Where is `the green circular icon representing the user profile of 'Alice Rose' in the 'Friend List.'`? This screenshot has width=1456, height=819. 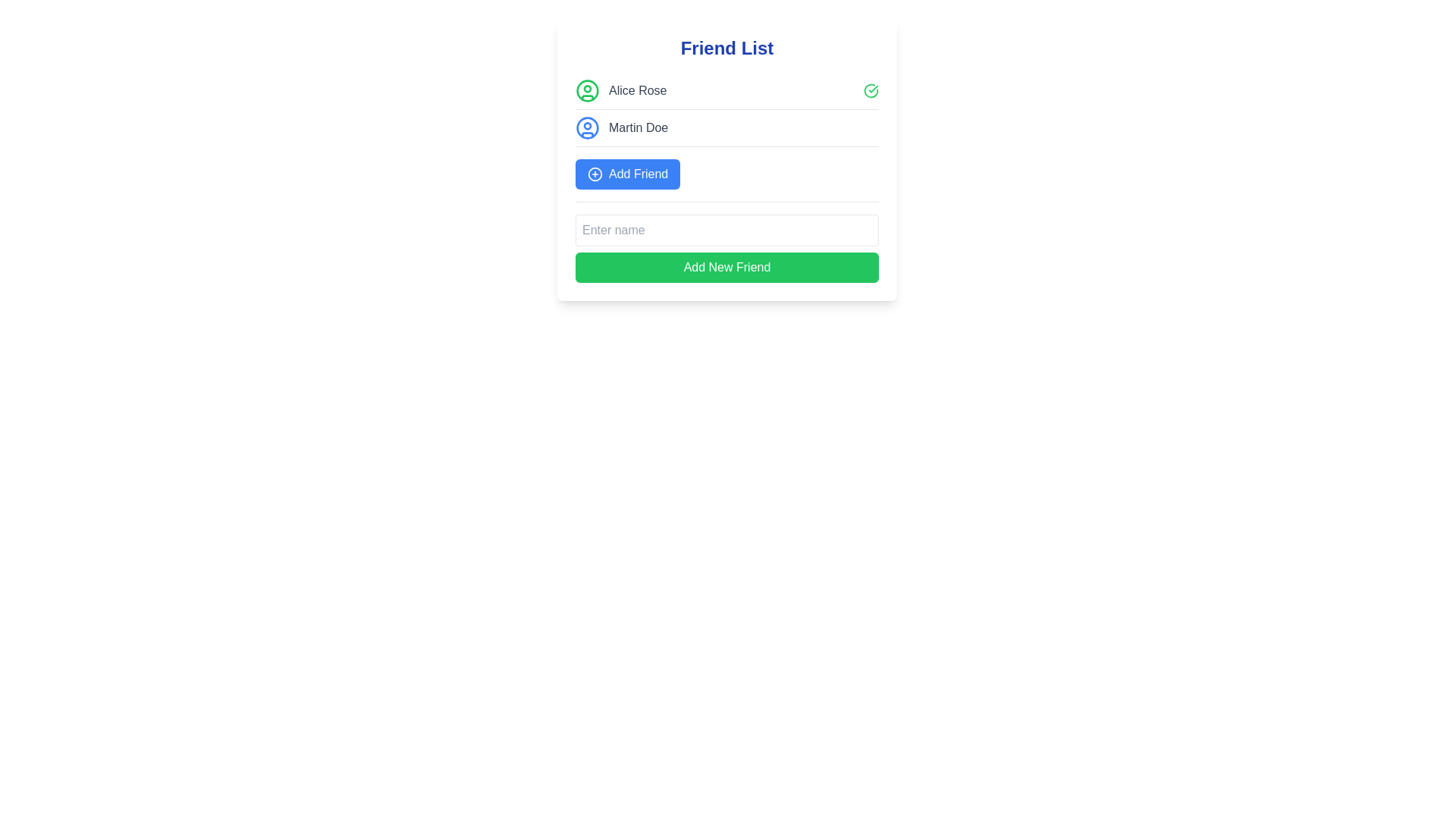 the green circular icon representing the user profile of 'Alice Rose' in the 'Friend List.' is located at coordinates (586, 90).